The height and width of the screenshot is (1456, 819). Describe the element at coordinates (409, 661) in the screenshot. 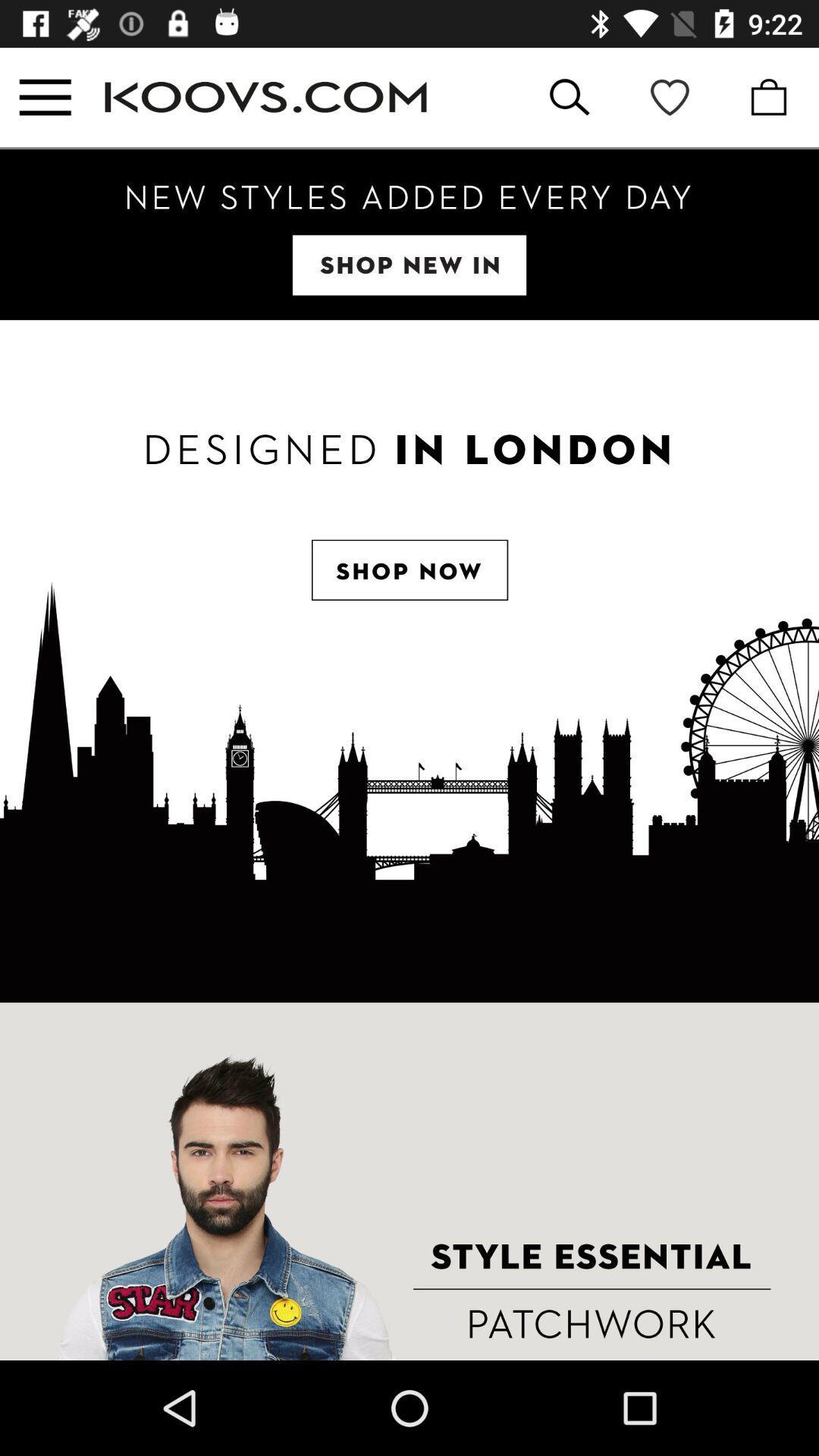

I see `browse the designed in london category` at that location.